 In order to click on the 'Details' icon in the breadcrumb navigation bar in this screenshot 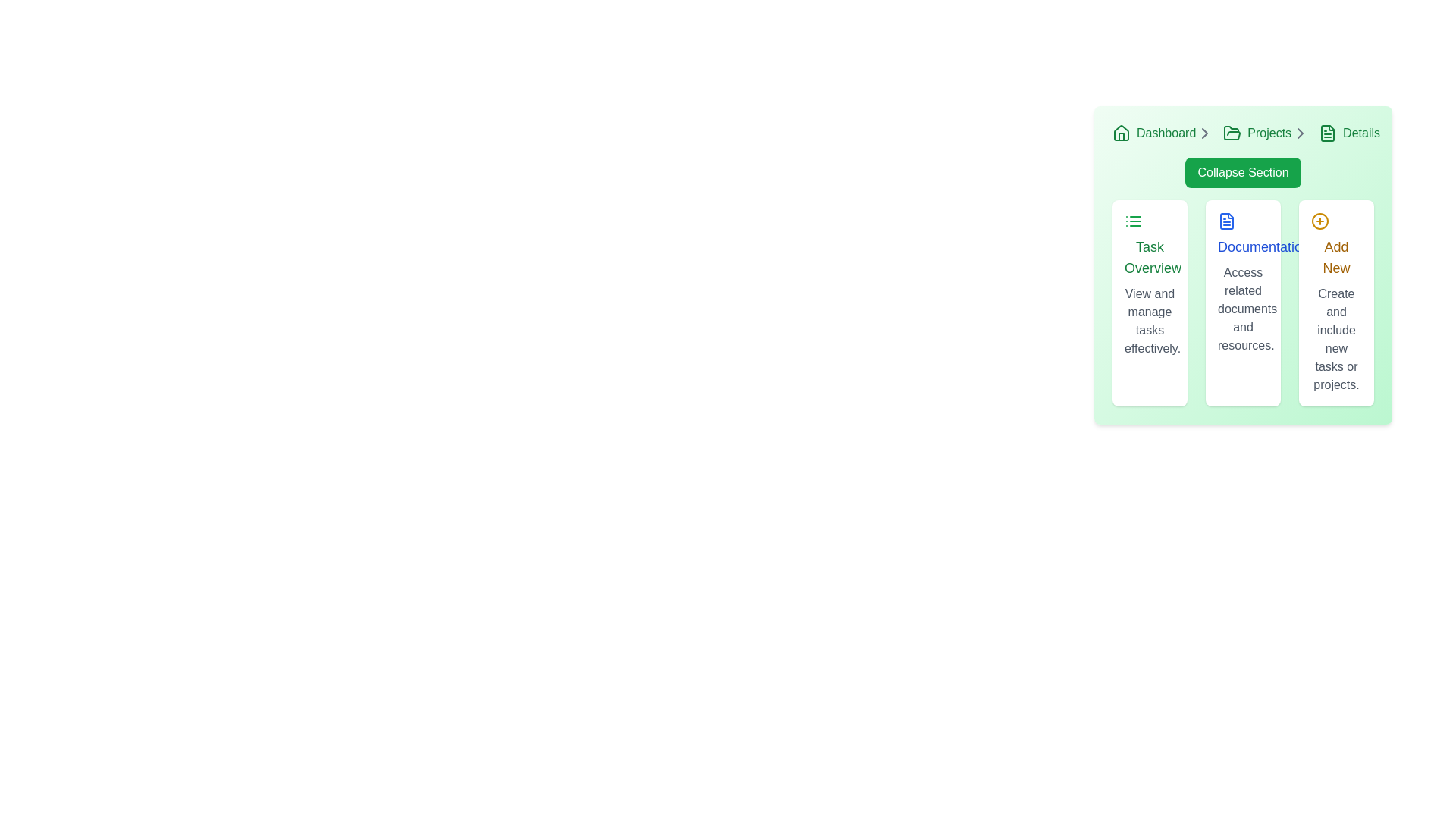, I will do `click(1327, 133)`.